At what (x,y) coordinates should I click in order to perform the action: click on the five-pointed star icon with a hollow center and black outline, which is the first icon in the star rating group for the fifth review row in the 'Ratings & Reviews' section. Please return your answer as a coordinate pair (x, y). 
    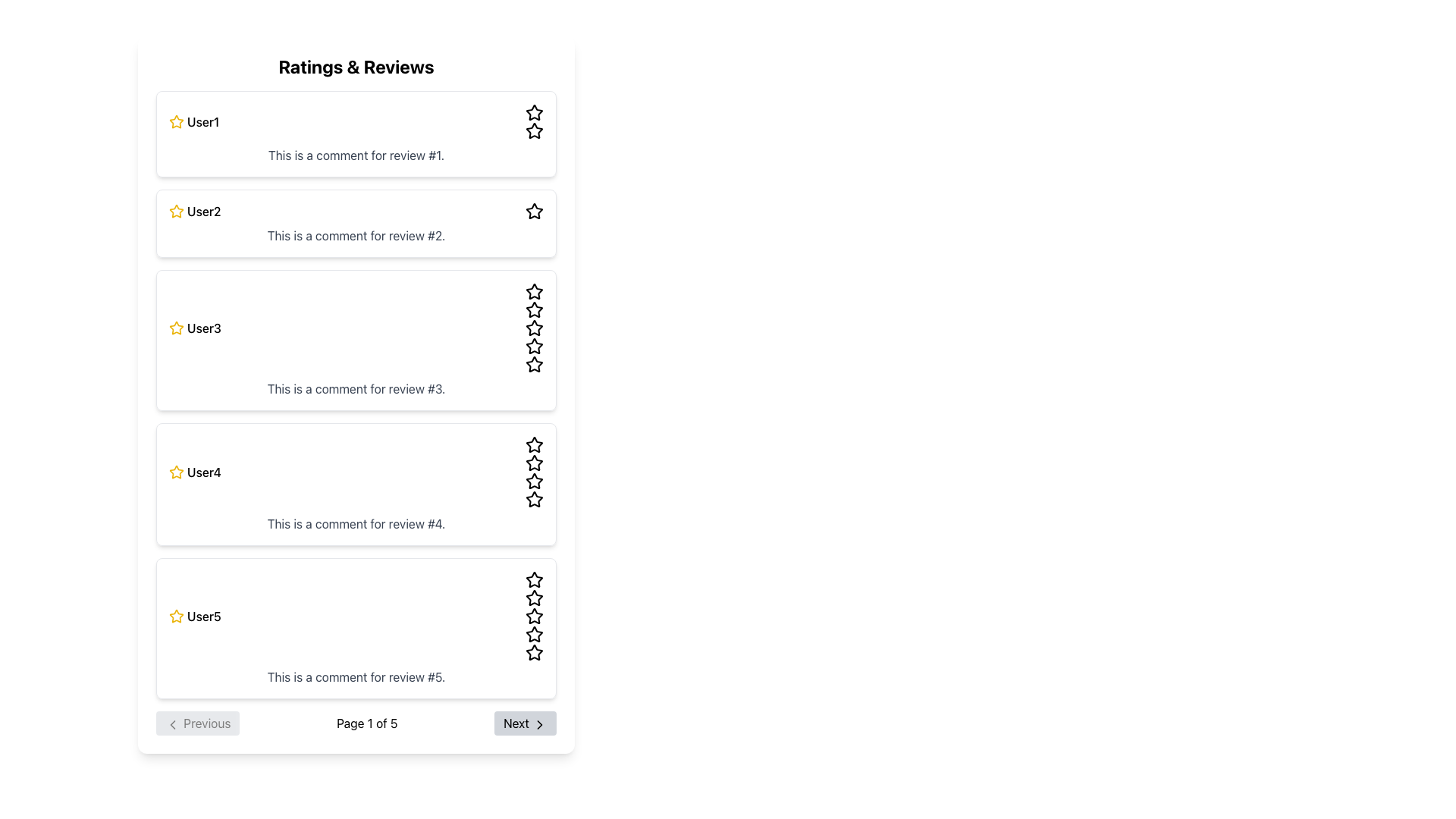
    Looking at the image, I should click on (535, 579).